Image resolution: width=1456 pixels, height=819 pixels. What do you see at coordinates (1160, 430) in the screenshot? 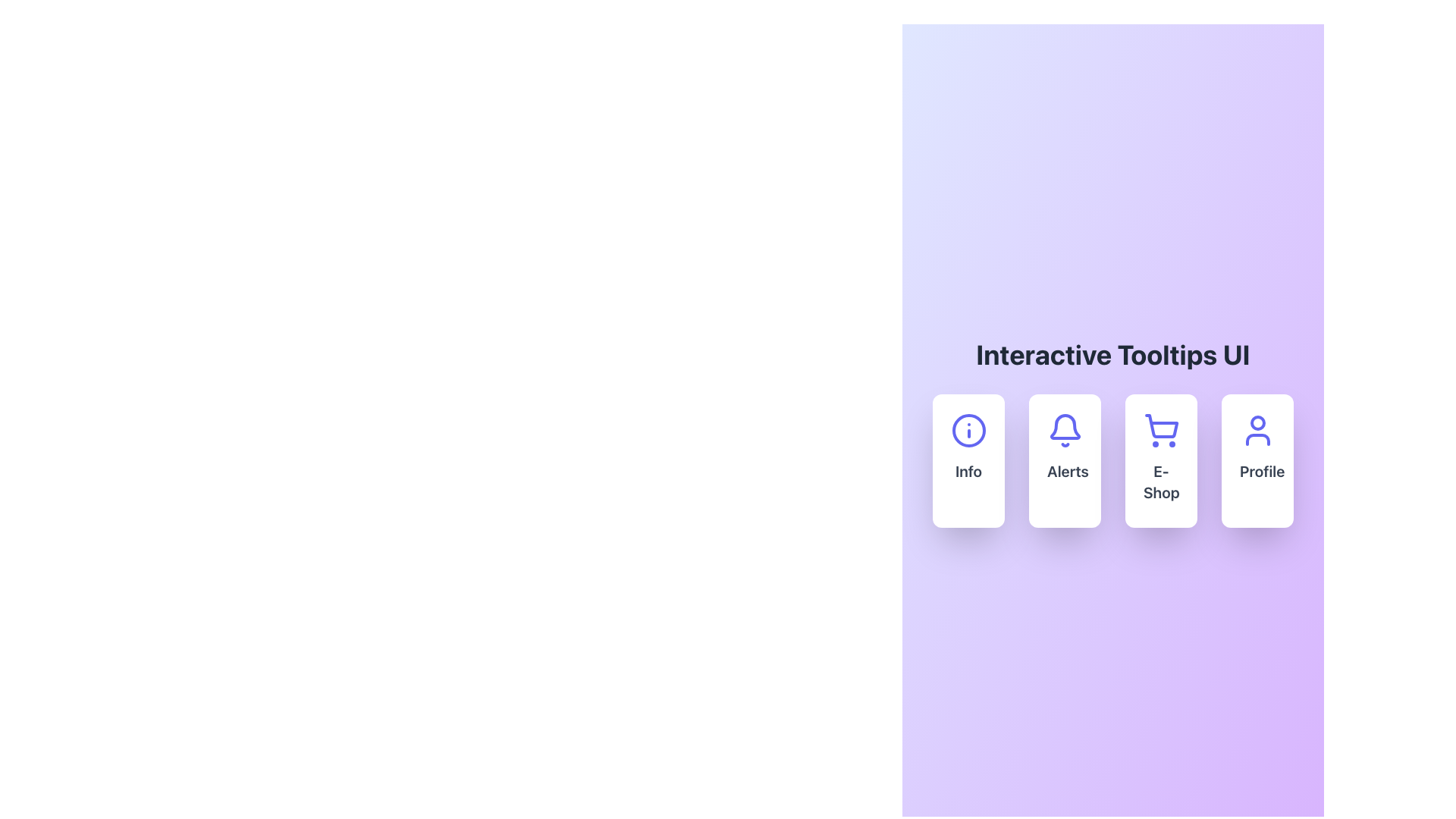
I see `the shopping cart graphic icon, which is the primary graphical element in the third card from the left, located above the text 'E-Shop'` at bounding box center [1160, 430].